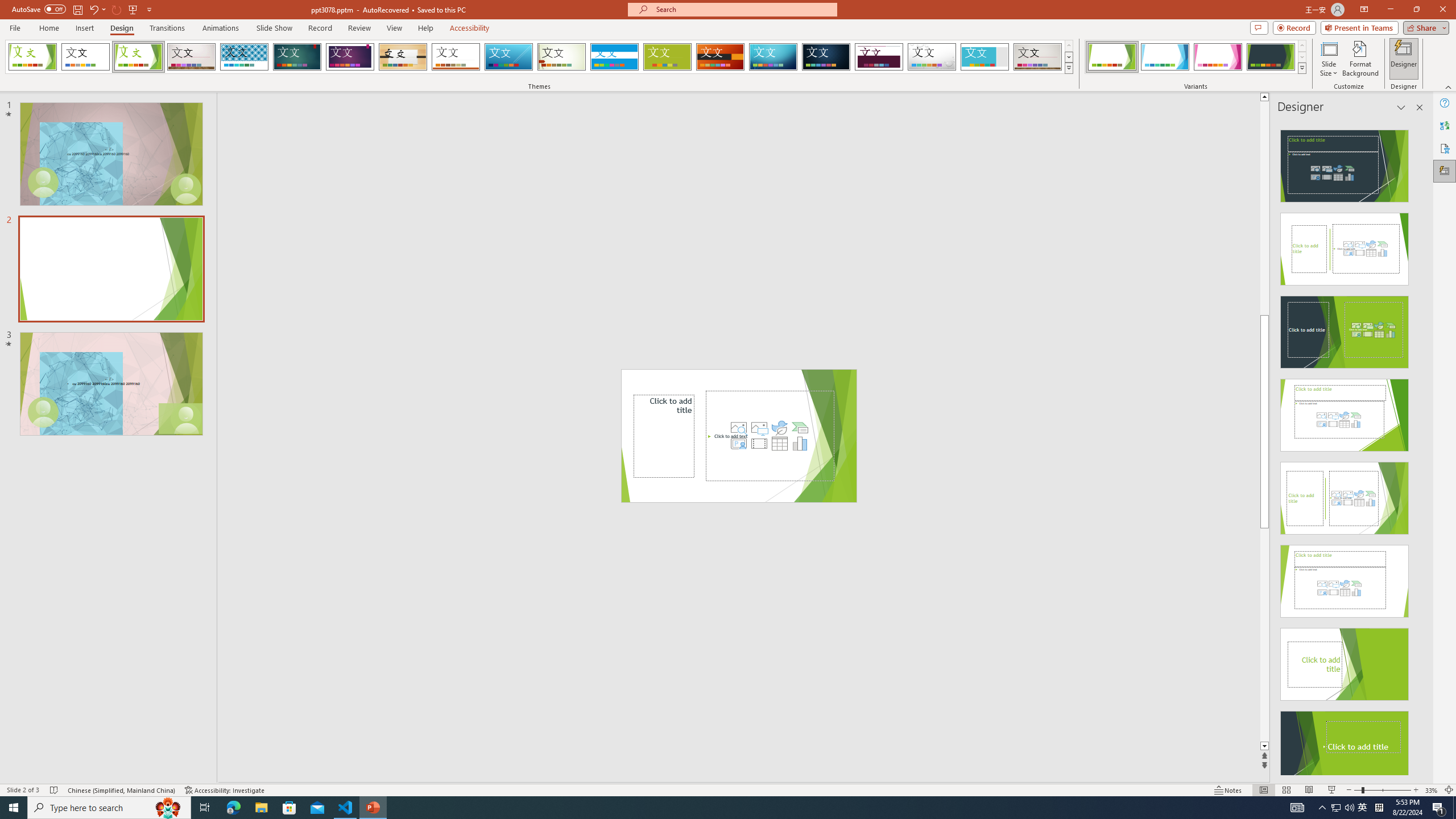  I want to click on 'Pictures', so click(759, 427).